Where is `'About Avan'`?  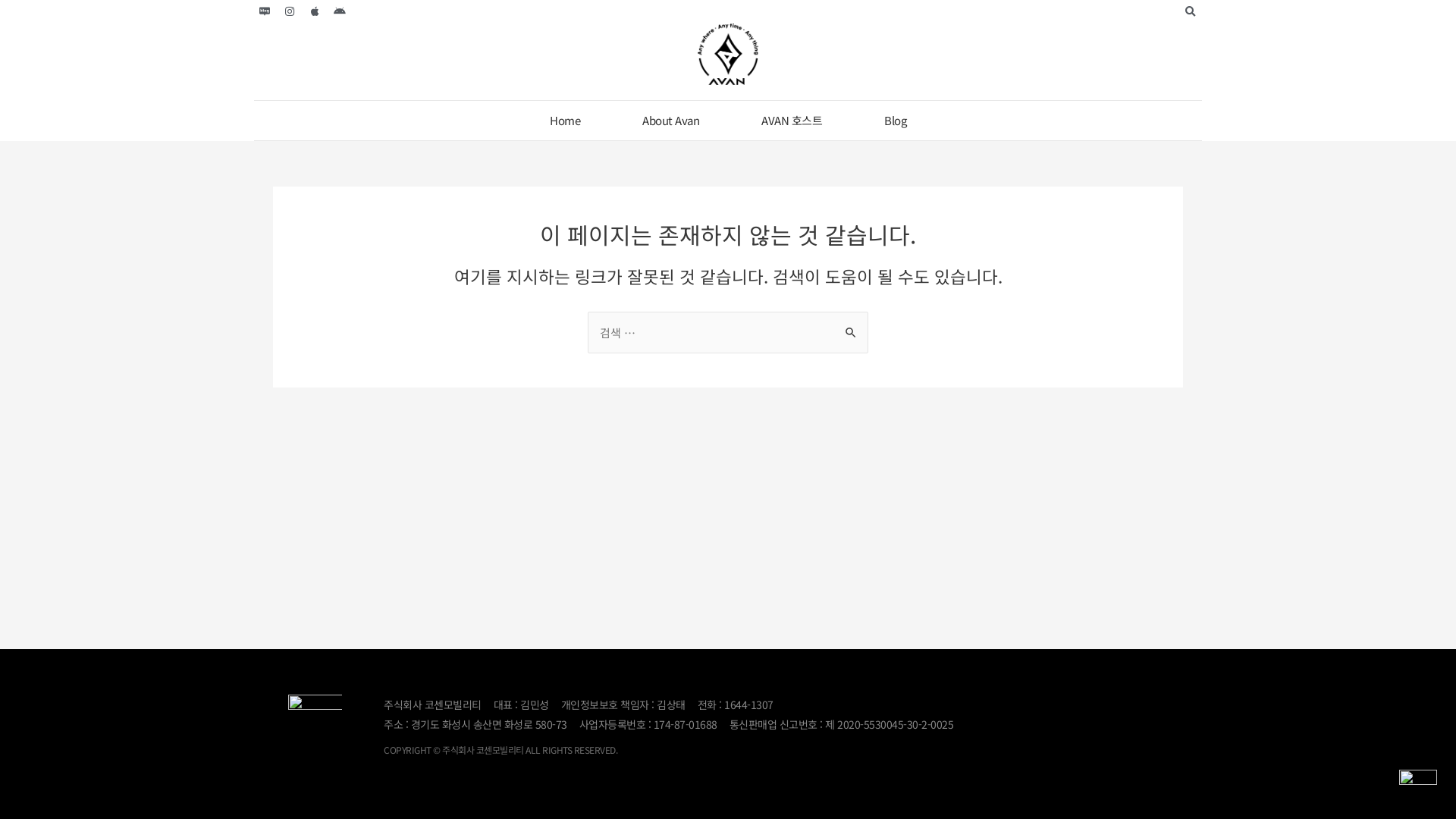
'About Avan' is located at coordinates (670, 119).